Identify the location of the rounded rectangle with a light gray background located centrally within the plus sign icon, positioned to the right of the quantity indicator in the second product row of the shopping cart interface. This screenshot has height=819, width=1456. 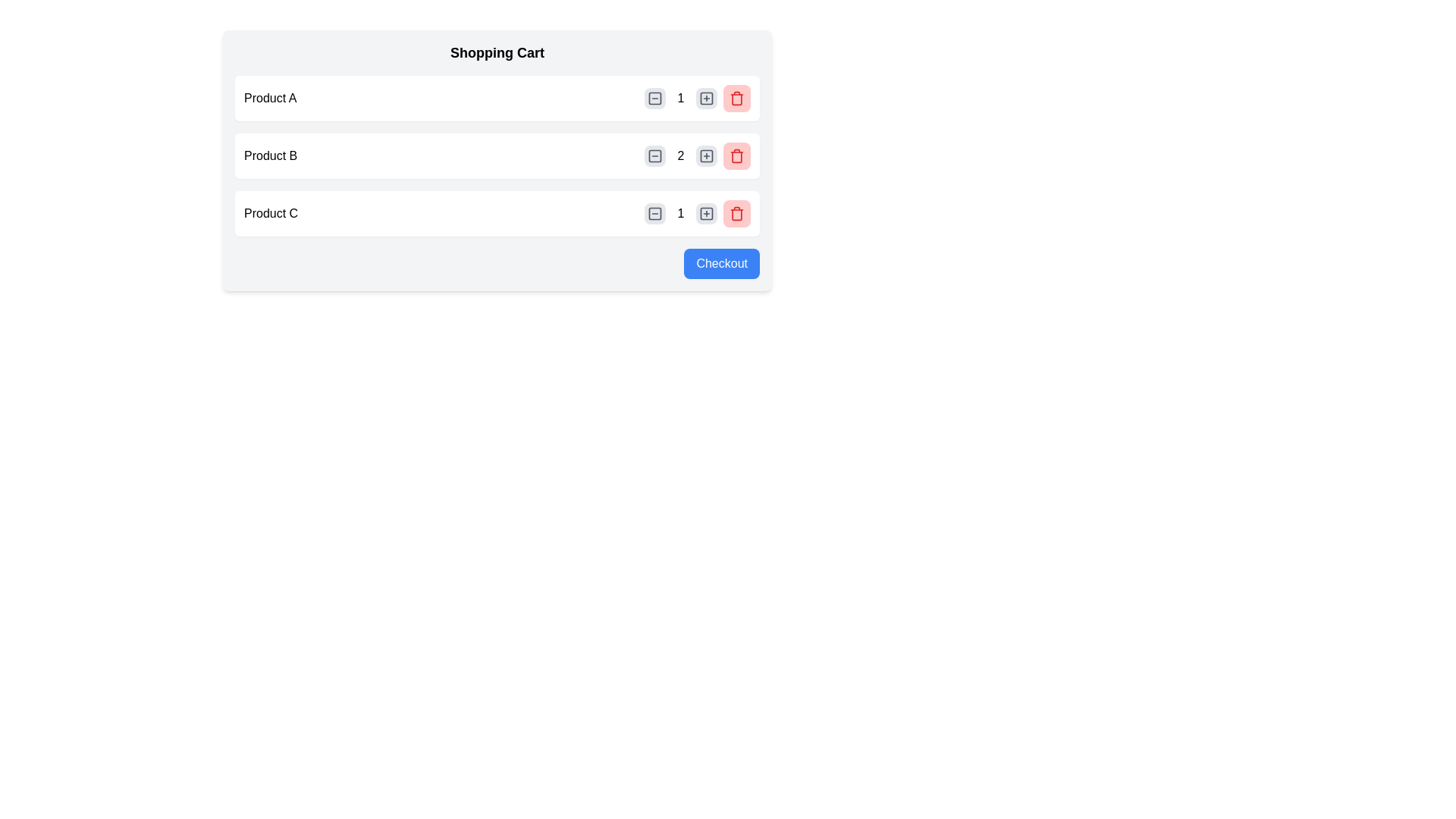
(705, 155).